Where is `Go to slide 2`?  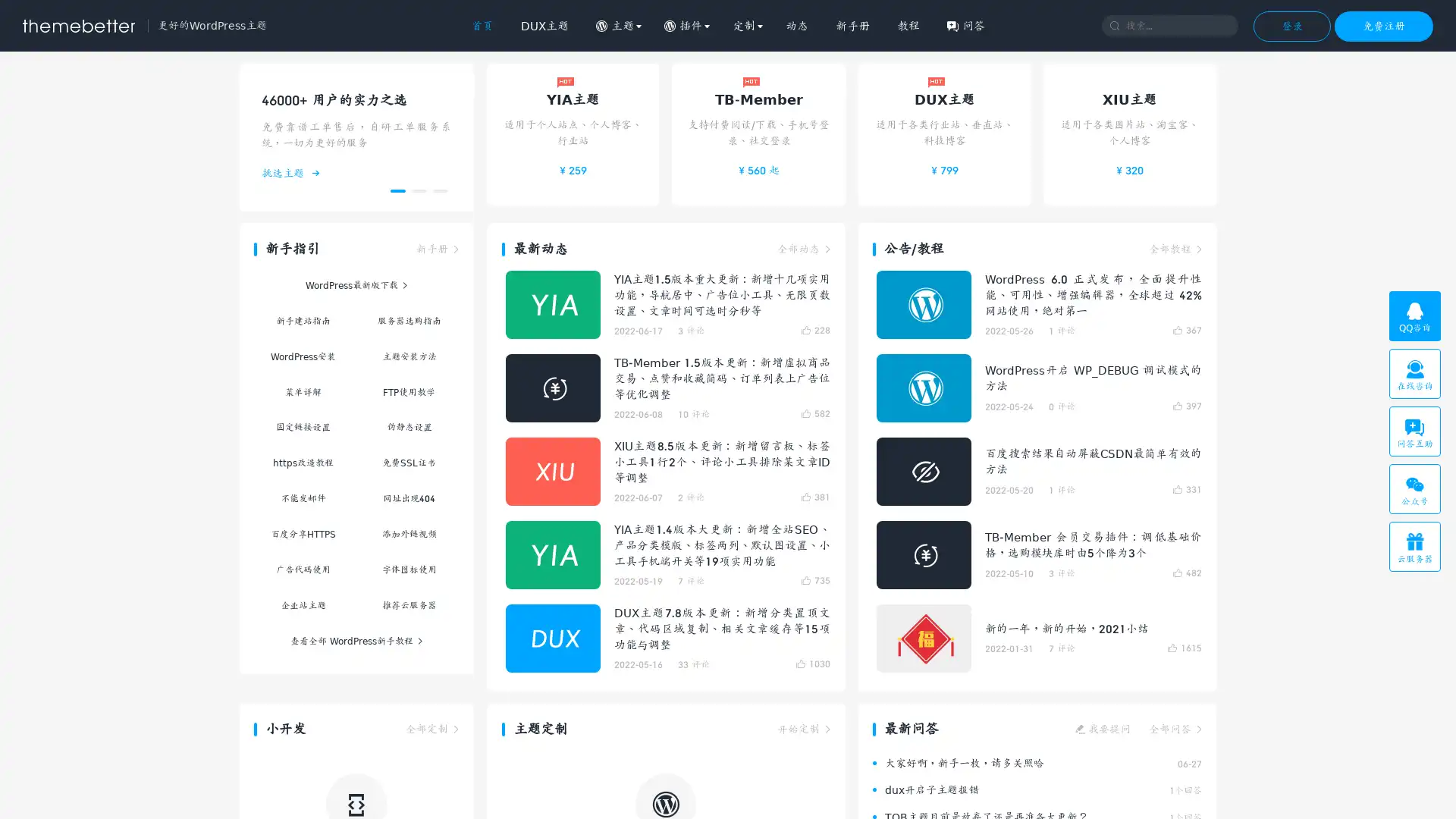
Go to slide 2 is located at coordinates (419, 190).